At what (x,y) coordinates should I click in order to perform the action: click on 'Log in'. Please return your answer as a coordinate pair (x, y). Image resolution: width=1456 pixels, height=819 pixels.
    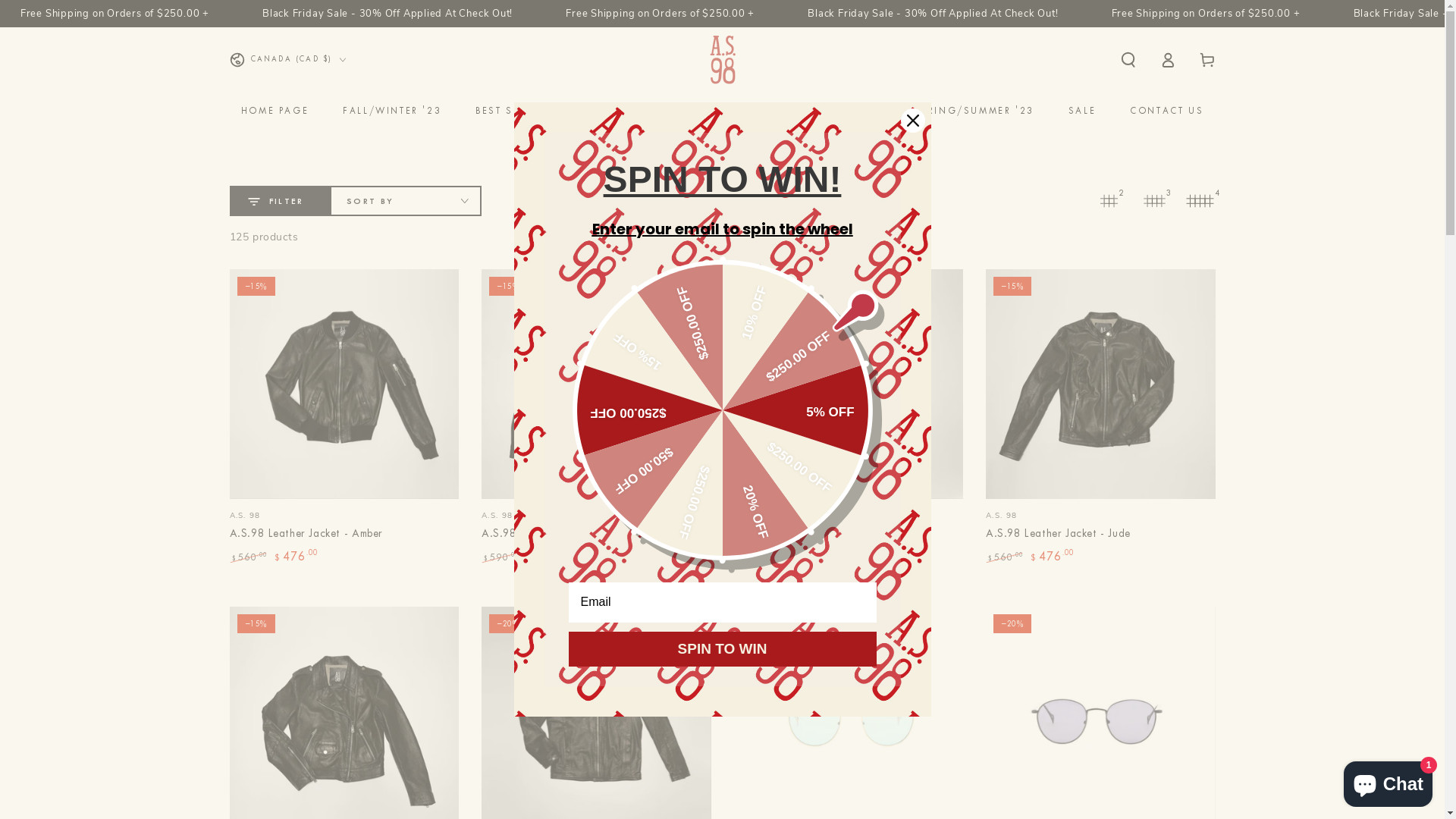
    Looking at the image, I should click on (1147, 58).